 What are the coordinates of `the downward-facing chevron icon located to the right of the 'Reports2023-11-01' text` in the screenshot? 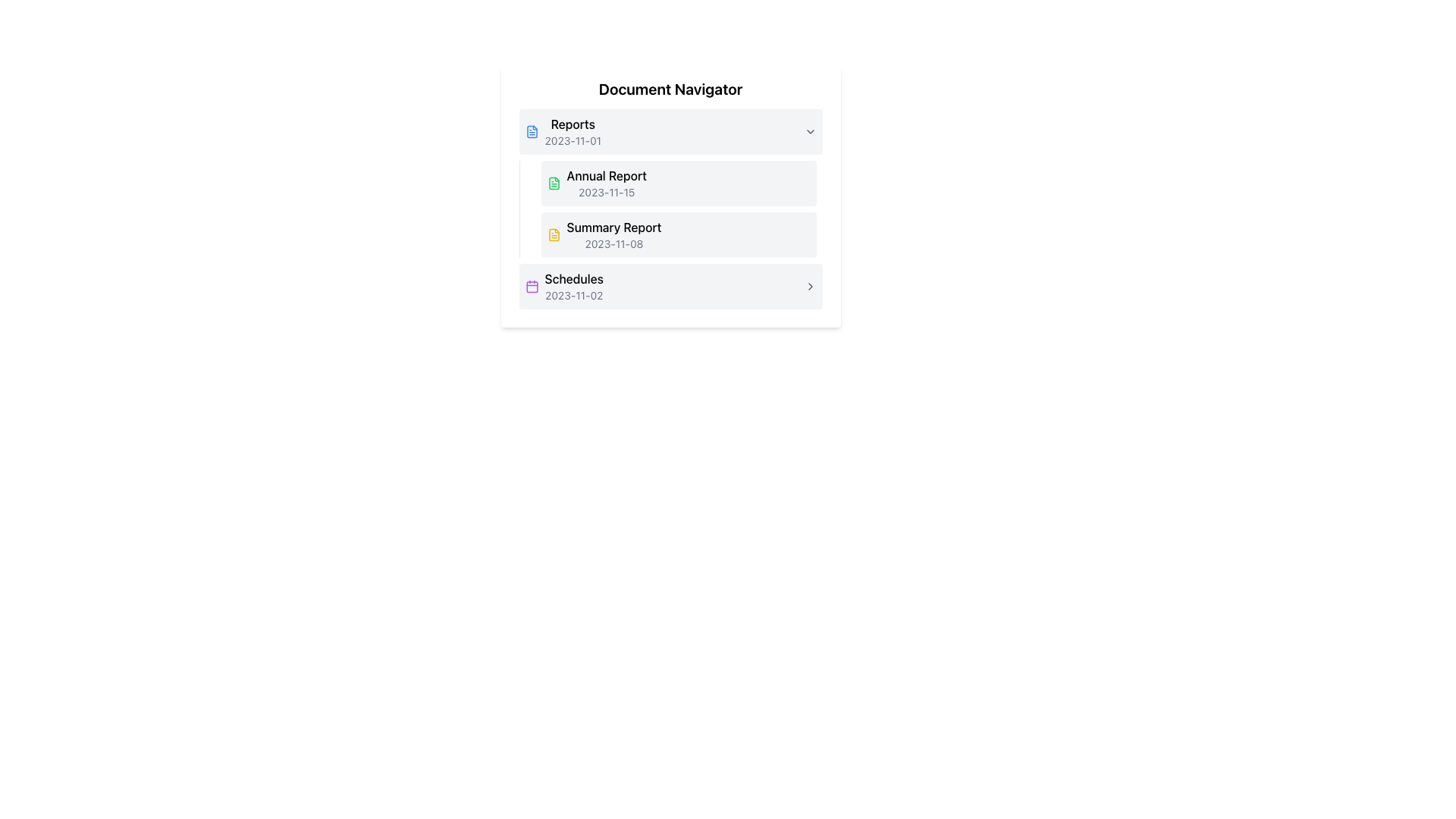 It's located at (809, 130).